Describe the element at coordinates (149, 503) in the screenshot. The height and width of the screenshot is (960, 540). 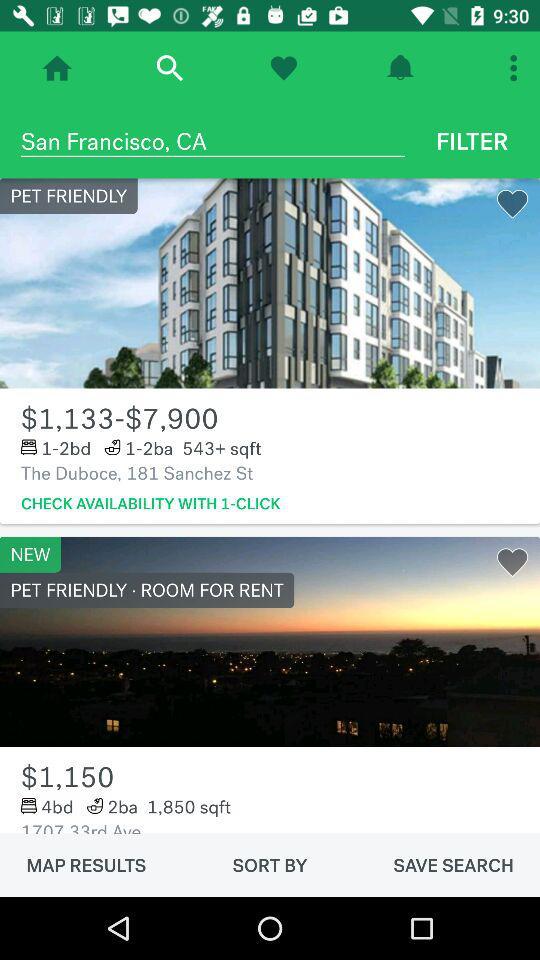
I see `check availability with item` at that location.